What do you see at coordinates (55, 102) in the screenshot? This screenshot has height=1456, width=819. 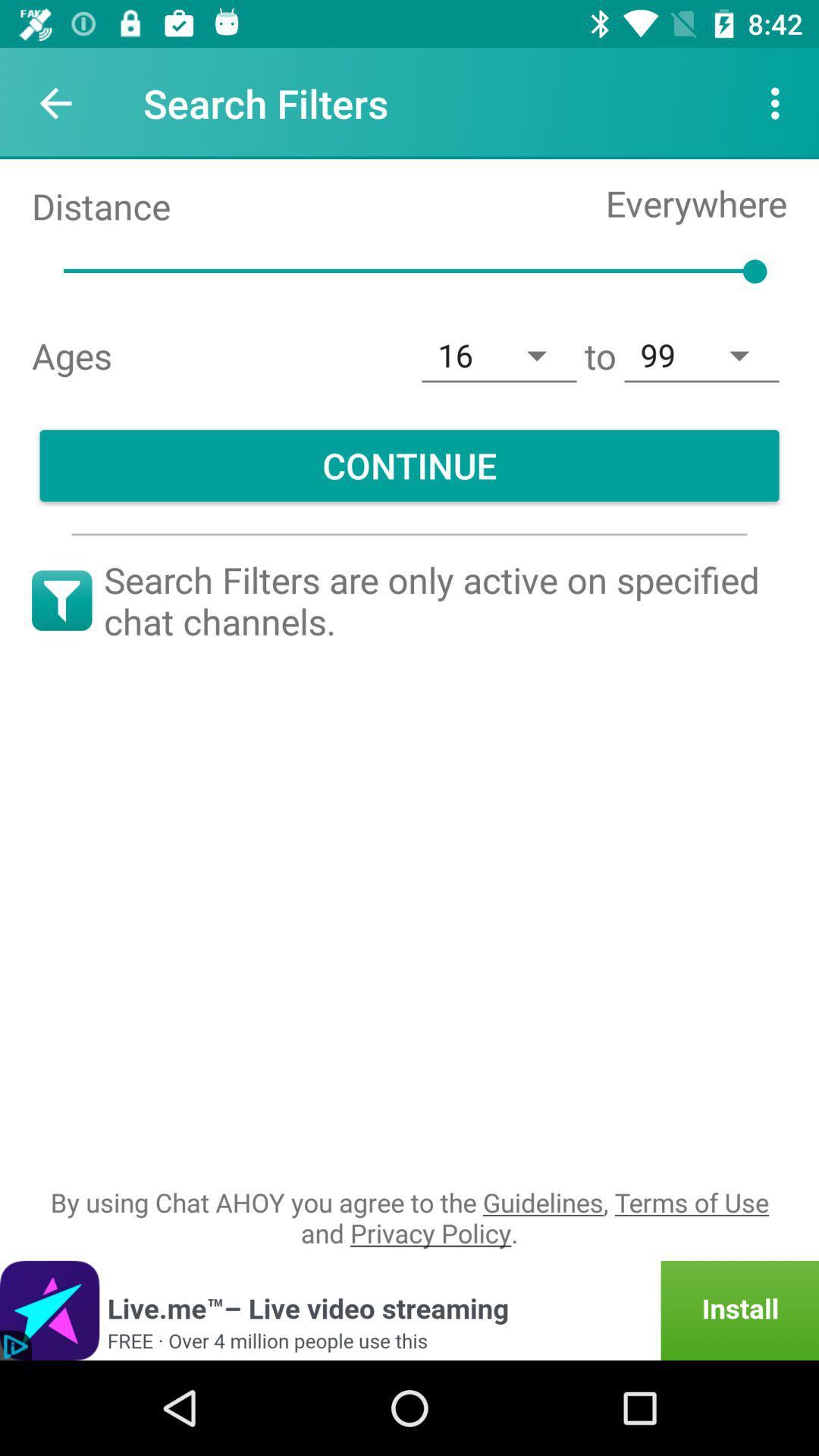 I see `icon to the left of the search filters item` at bounding box center [55, 102].